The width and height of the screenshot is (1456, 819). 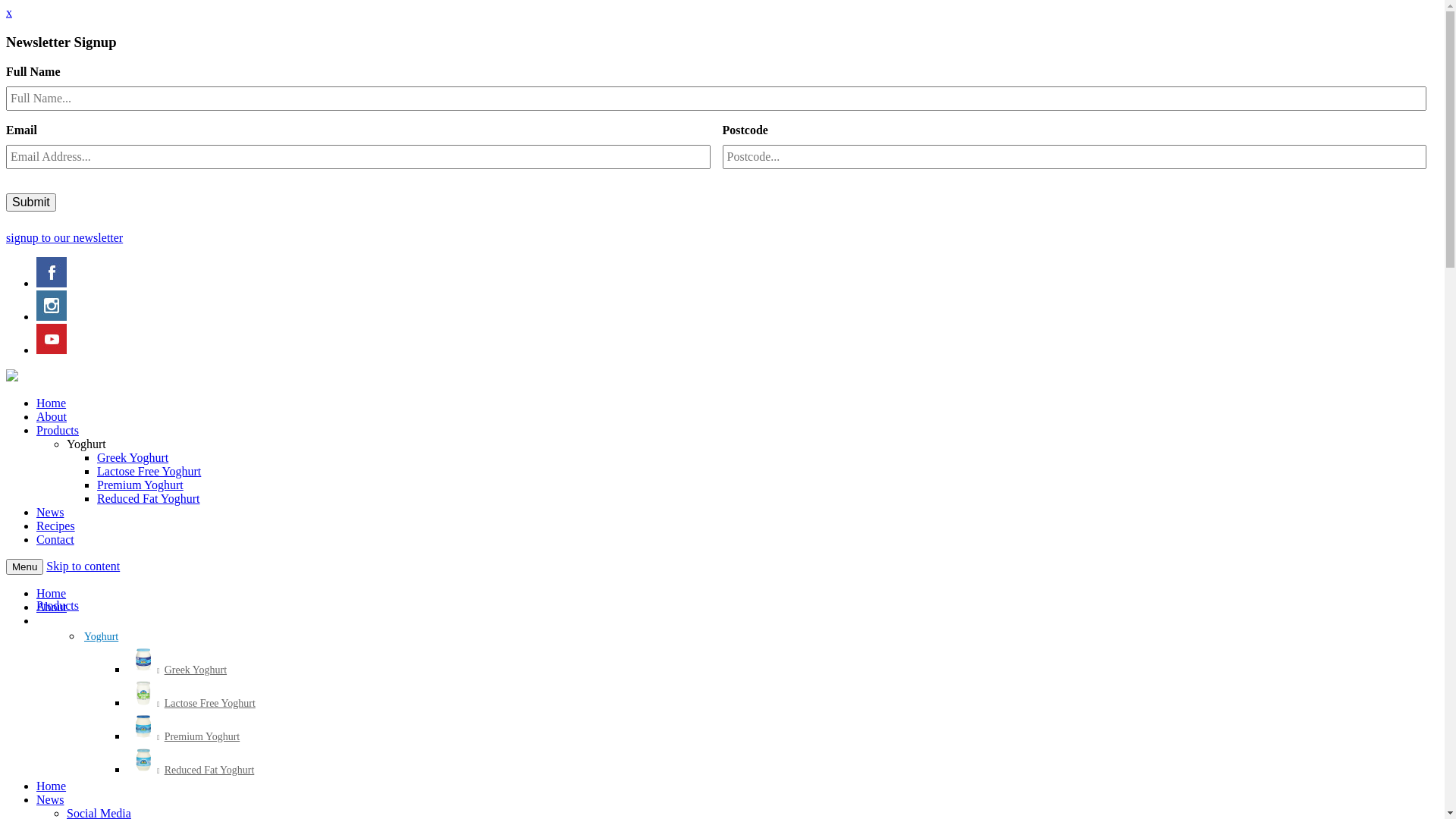 What do you see at coordinates (9, 12) in the screenshot?
I see `'x'` at bounding box center [9, 12].